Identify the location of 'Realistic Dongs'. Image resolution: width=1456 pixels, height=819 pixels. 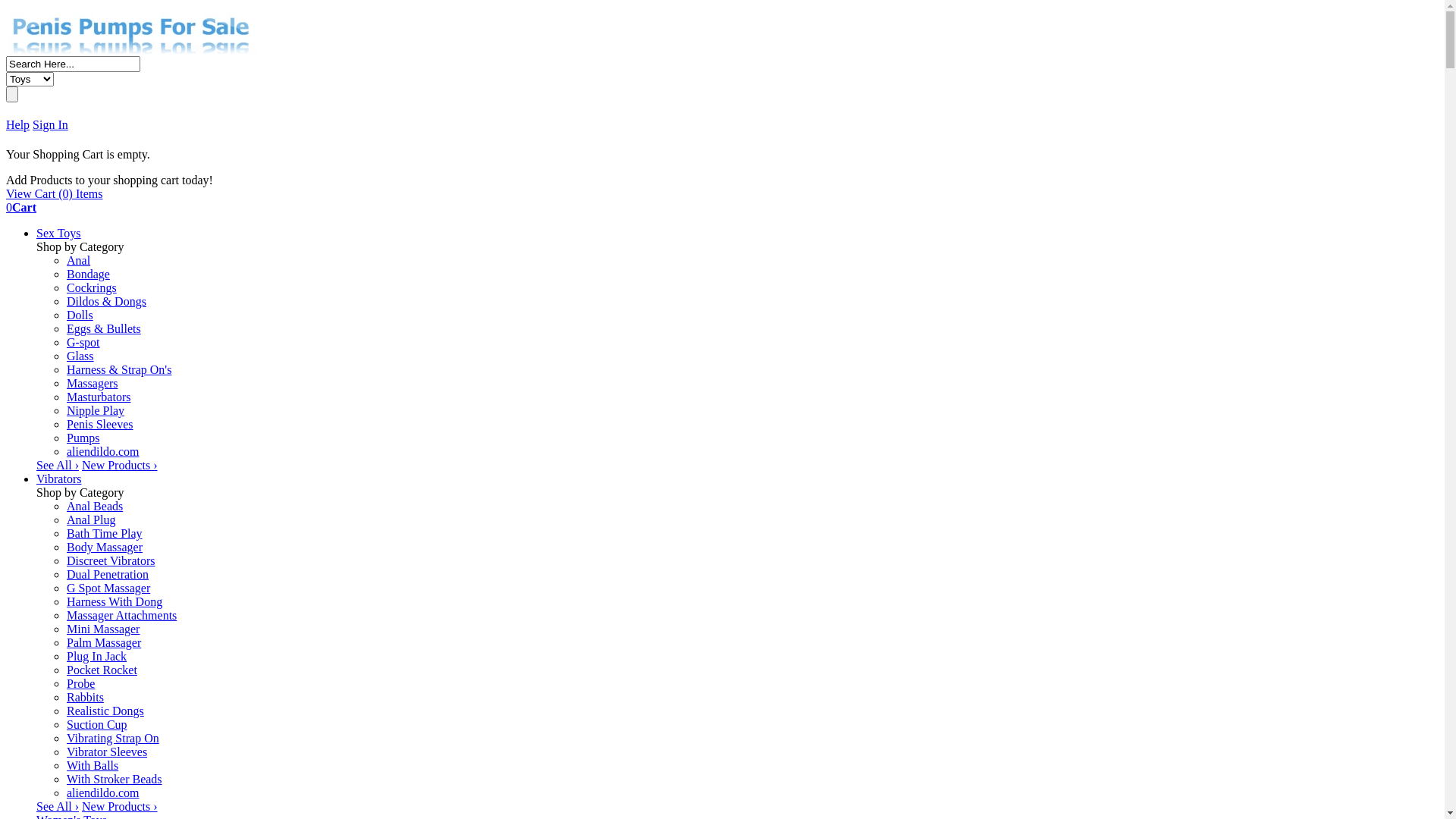
(105, 711).